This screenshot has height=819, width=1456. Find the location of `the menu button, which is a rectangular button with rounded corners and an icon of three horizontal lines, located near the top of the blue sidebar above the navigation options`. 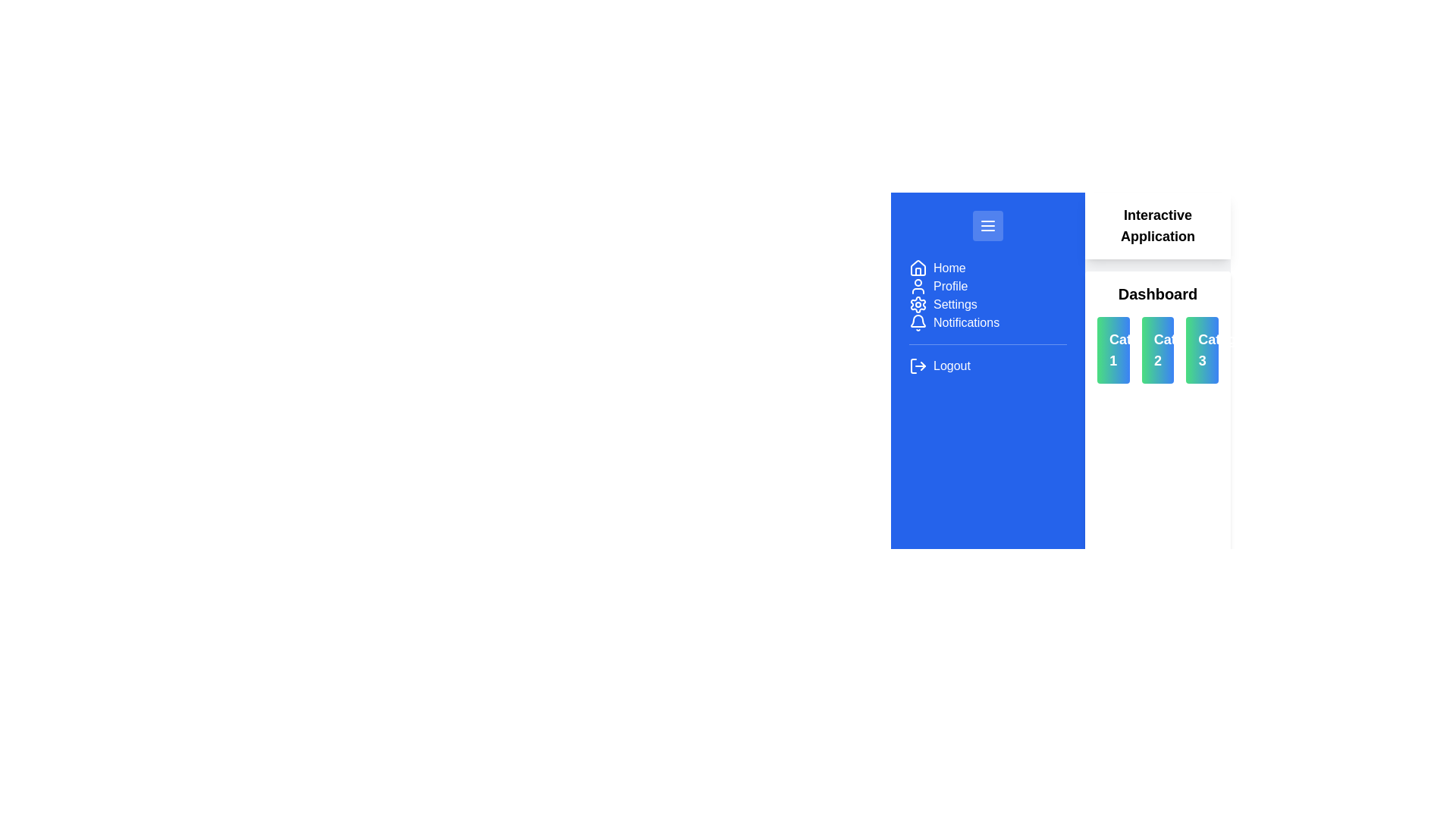

the menu button, which is a rectangular button with rounded corners and an icon of three horizontal lines, located near the top of the blue sidebar above the navigation options is located at coordinates (987, 225).